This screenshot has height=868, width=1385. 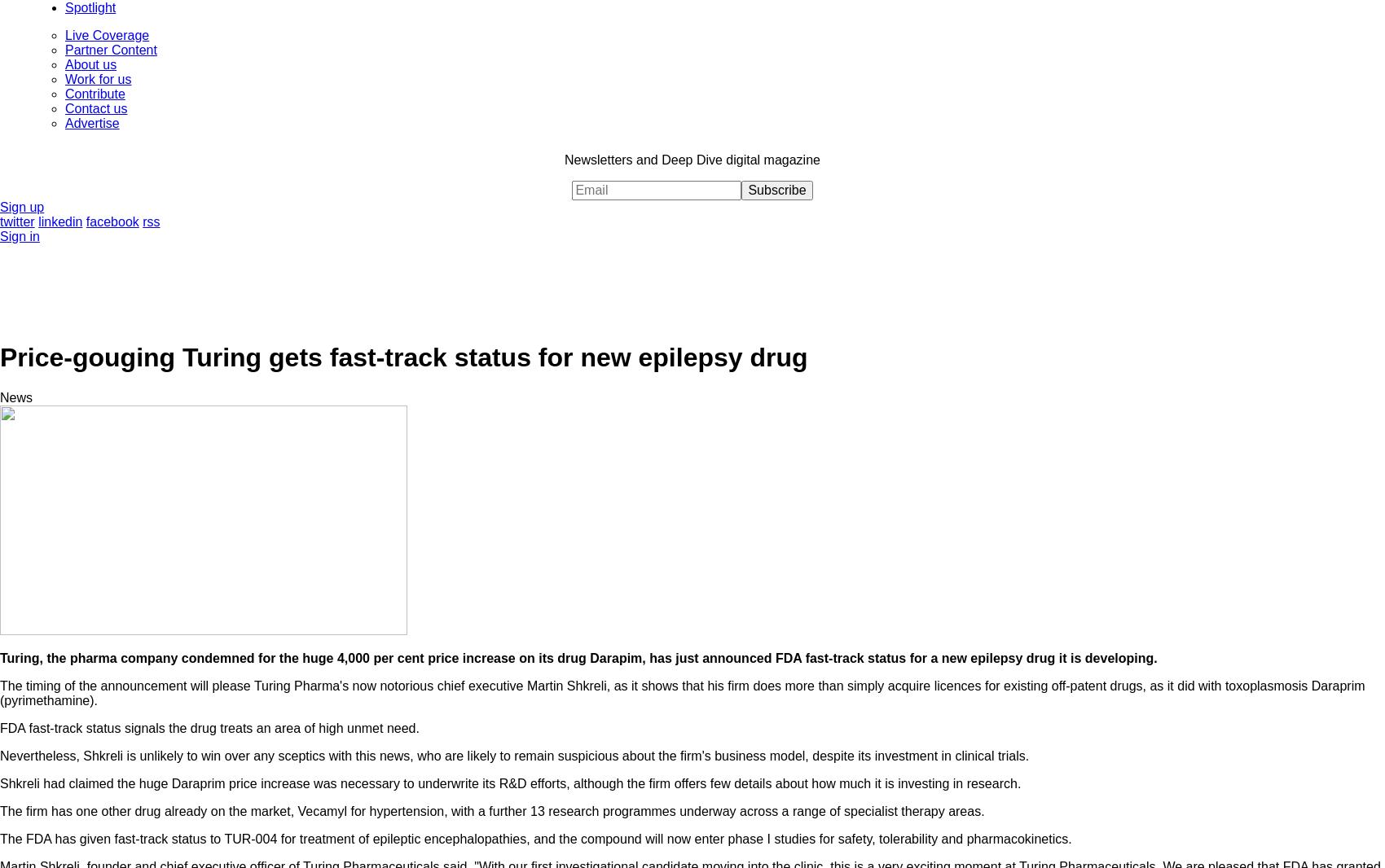 What do you see at coordinates (509, 783) in the screenshot?
I see `'Shkreli had claimed the huge Daraprim price increase was necessary to underwrite its R&D efforts, although the firm offers few details about how much it is investing in research.'` at bounding box center [509, 783].